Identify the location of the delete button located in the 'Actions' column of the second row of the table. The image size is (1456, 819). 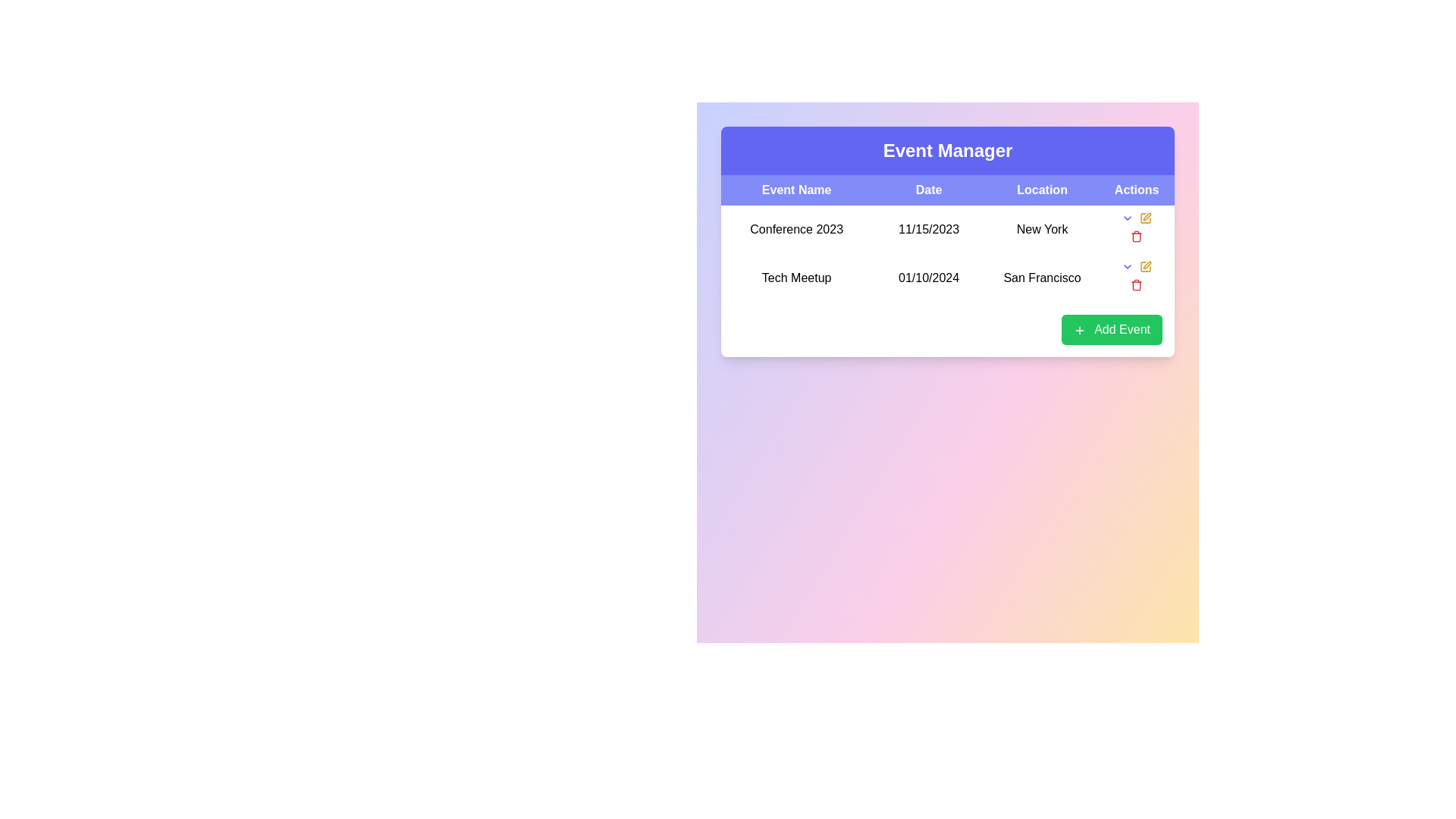
(1137, 237).